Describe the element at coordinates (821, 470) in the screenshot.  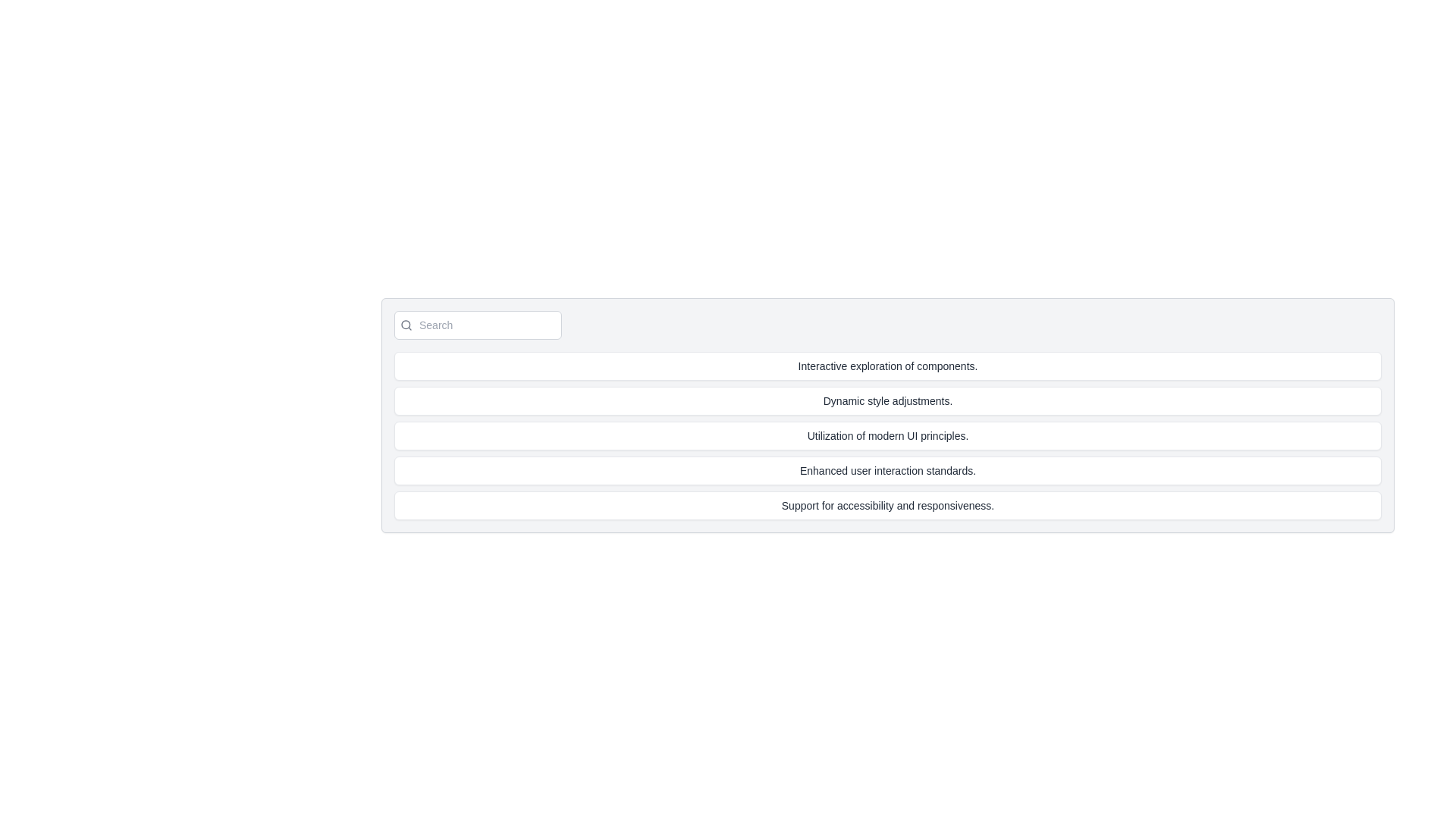
I see `the text element that displays 'Enhanced user interaction standards.' specifically located between the letters 'h' and 'n' of the word 'Enhanced'` at that location.